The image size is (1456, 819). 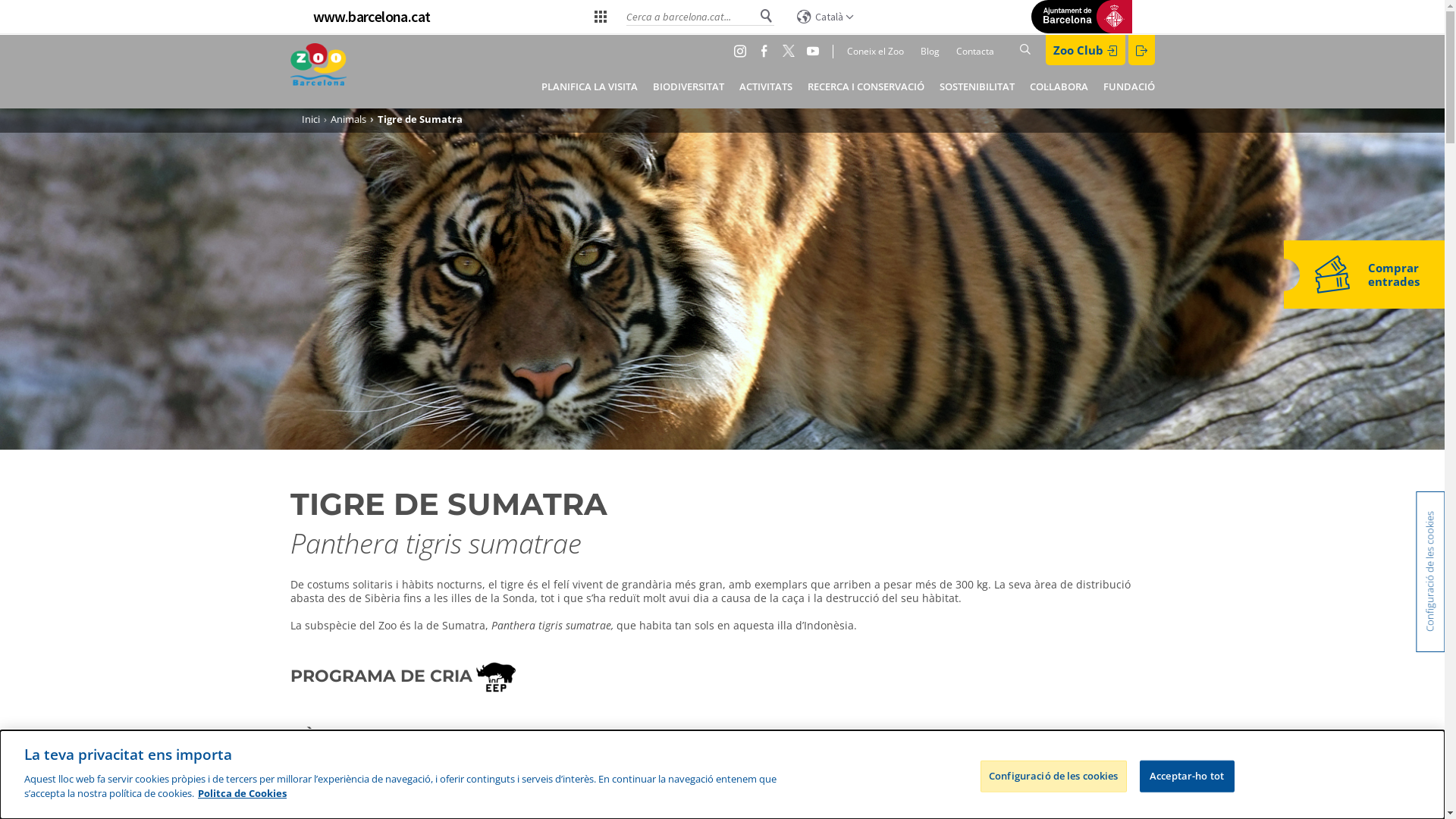 What do you see at coordinates (742, 49) in the screenshot?
I see `'Instagram'` at bounding box center [742, 49].